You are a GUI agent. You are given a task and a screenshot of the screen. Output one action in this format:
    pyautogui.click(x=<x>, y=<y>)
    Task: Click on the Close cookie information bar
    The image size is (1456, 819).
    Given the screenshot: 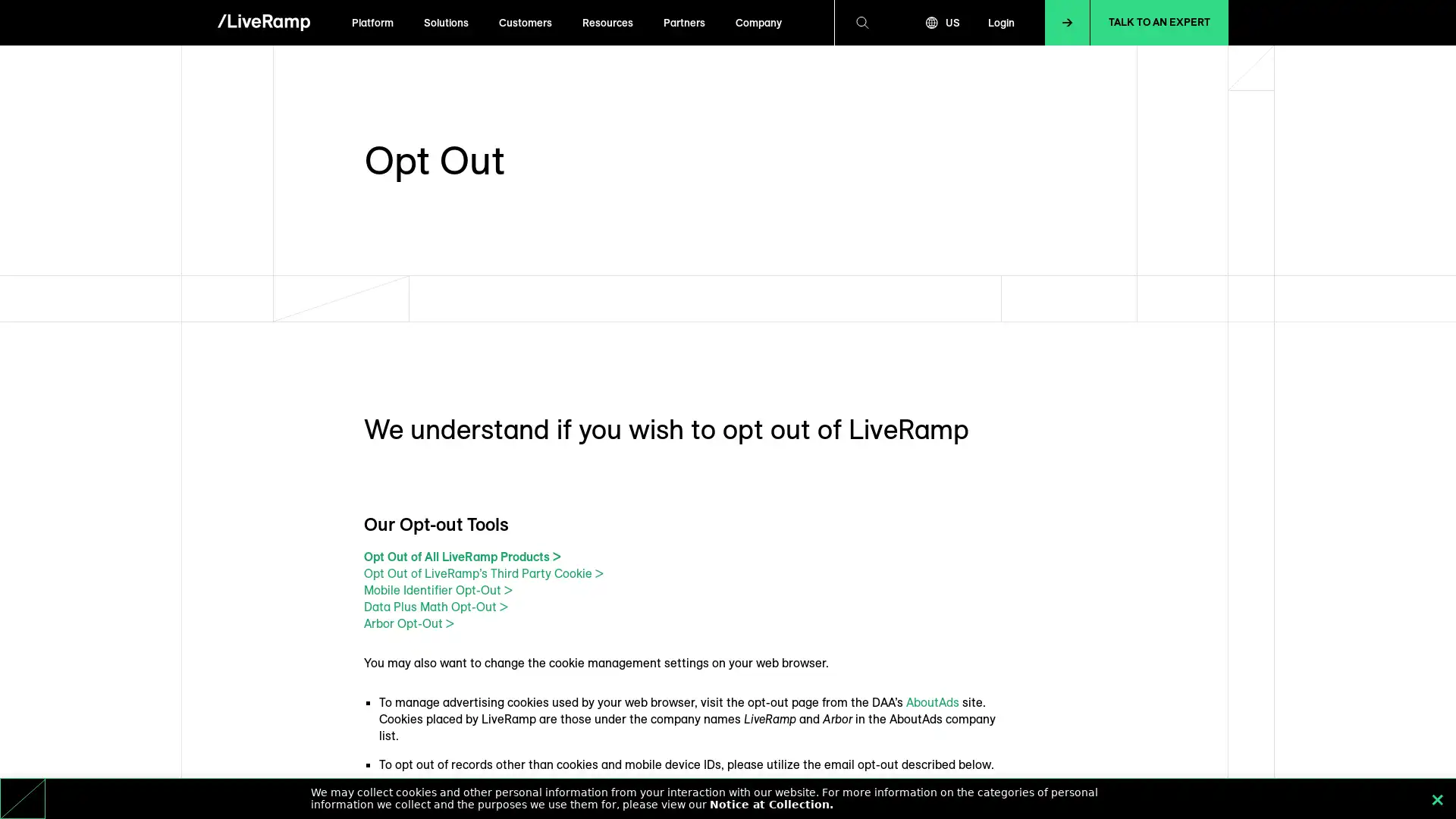 What is the action you would take?
    pyautogui.click(x=1437, y=798)
    